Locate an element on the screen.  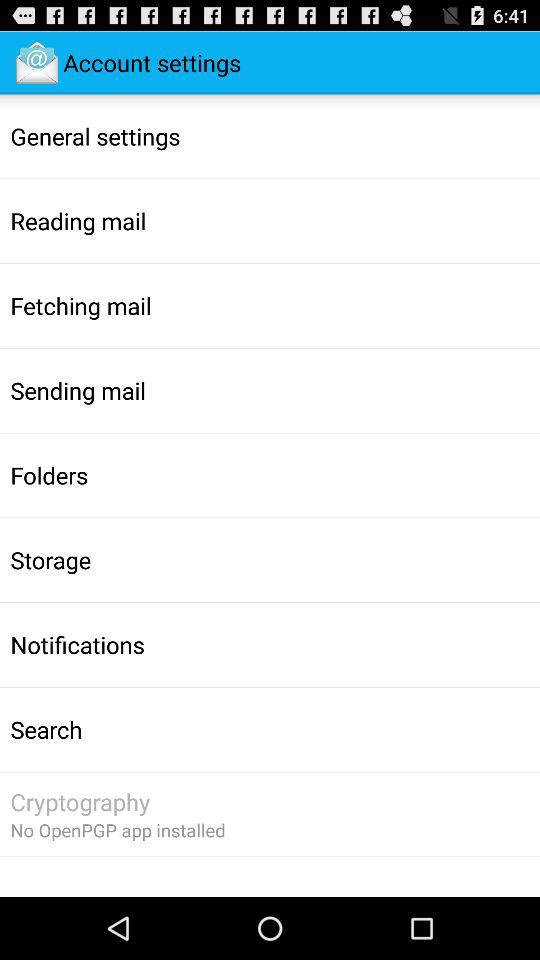
app above the cryptography icon is located at coordinates (46, 728).